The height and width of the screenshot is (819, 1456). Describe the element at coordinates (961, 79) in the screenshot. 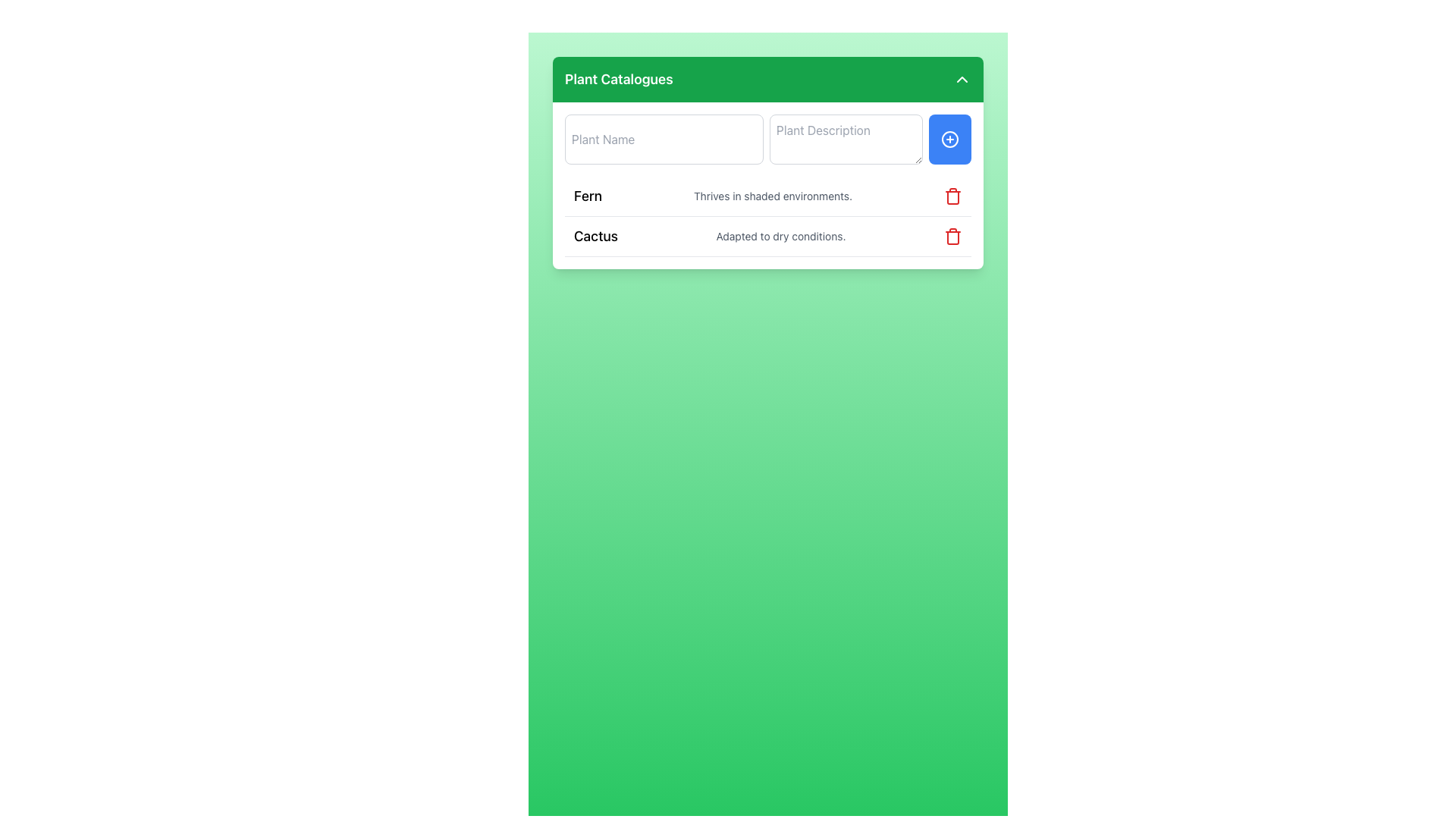

I see `the button located on the far right of the green header area` at that location.